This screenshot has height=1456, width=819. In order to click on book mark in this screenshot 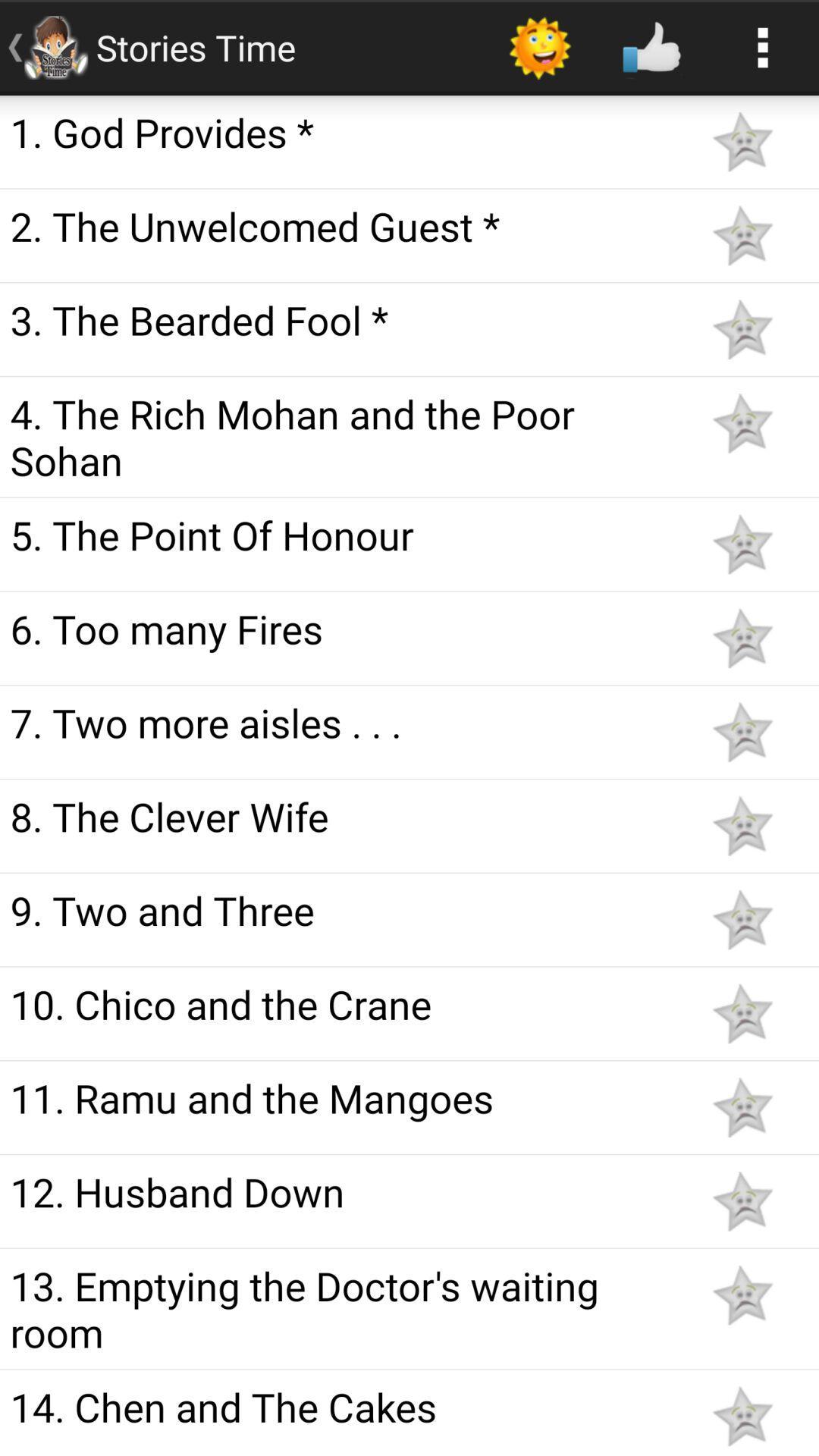, I will do `click(742, 825)`.